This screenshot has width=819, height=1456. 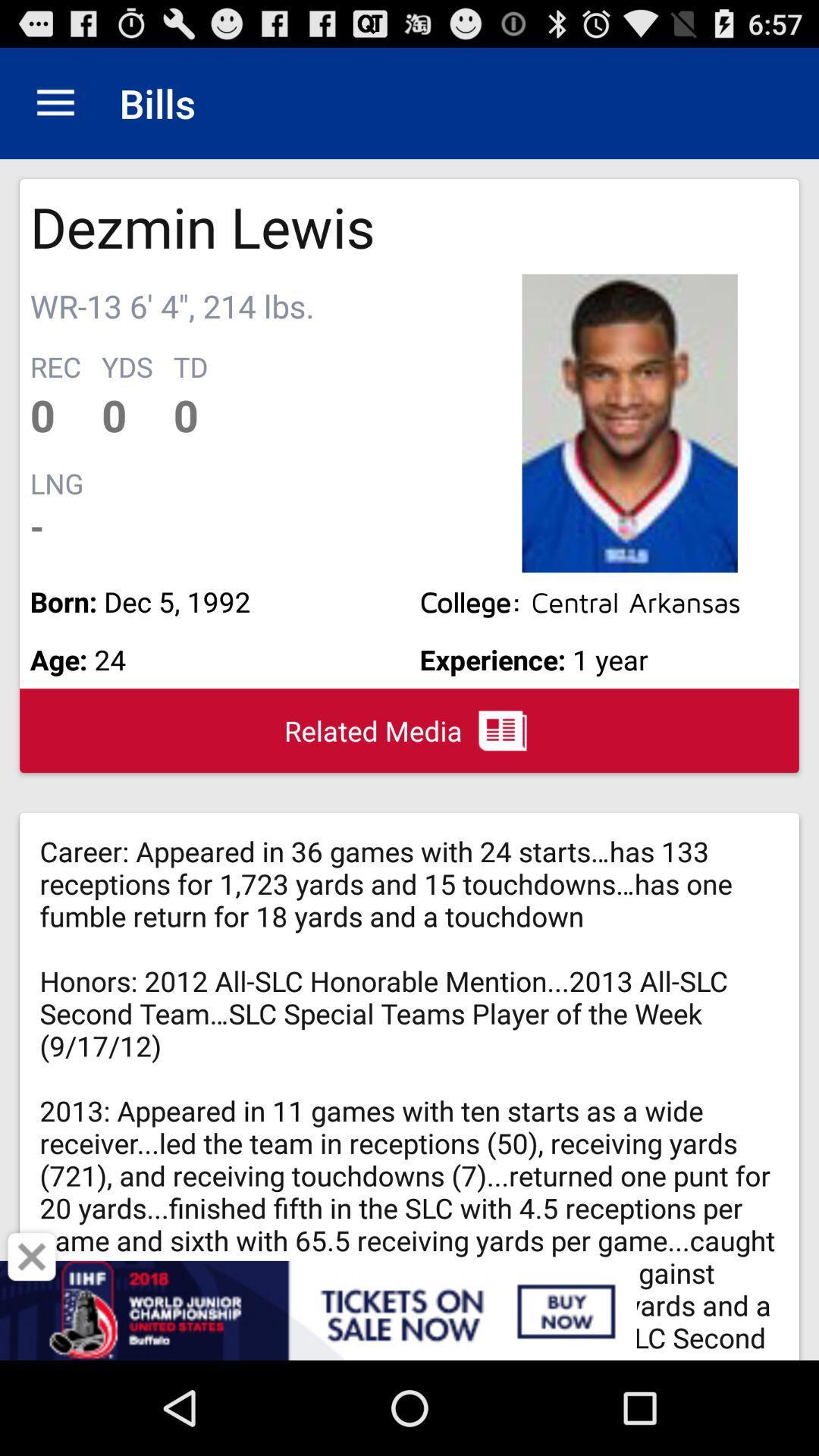 What do you see at coordinates (409, 1310) in the screenshot?
I see `open advertisement` at bounding box center [409, 1310].